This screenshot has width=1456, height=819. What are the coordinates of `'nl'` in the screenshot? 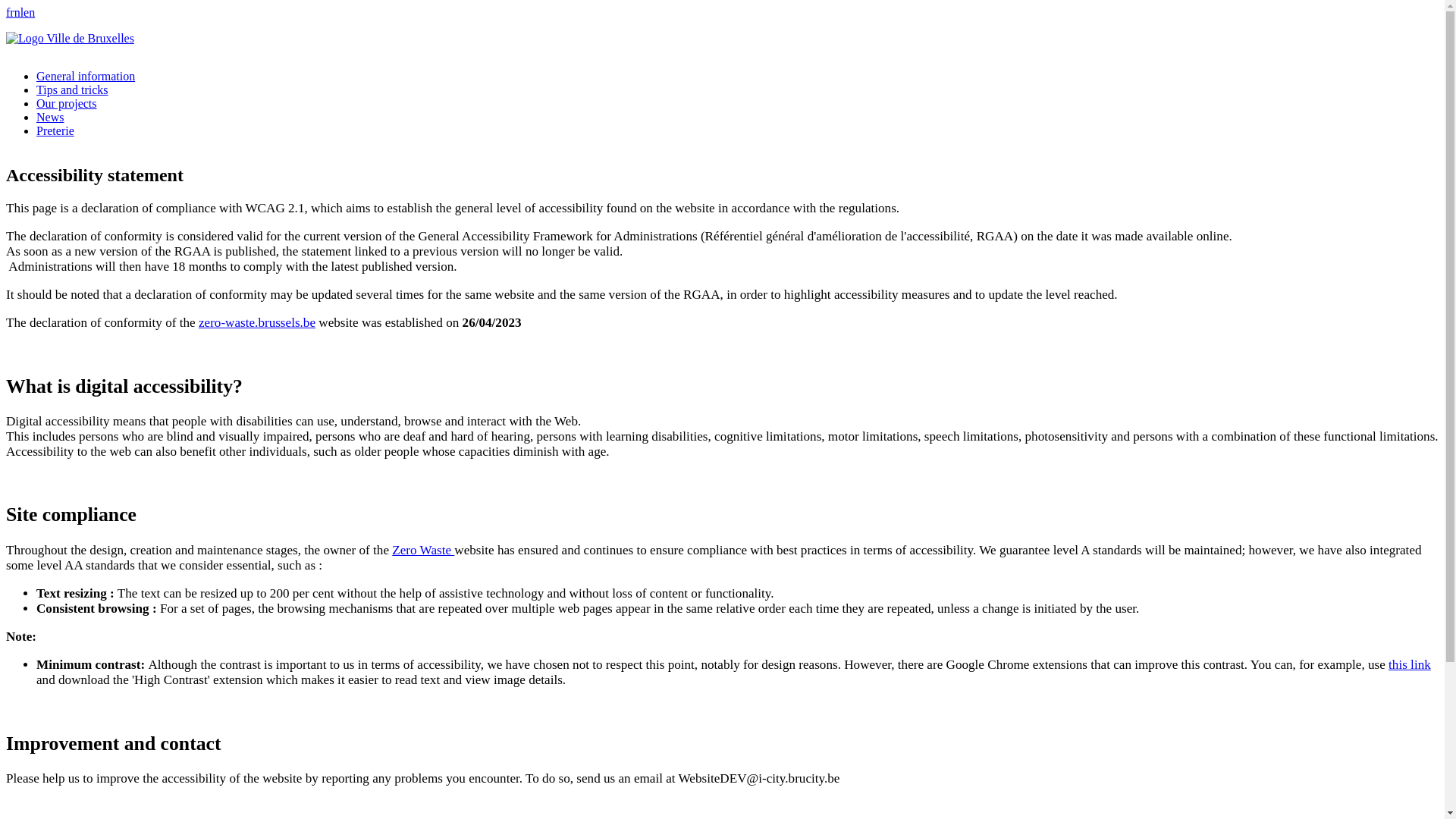 It's located at (18, 12).